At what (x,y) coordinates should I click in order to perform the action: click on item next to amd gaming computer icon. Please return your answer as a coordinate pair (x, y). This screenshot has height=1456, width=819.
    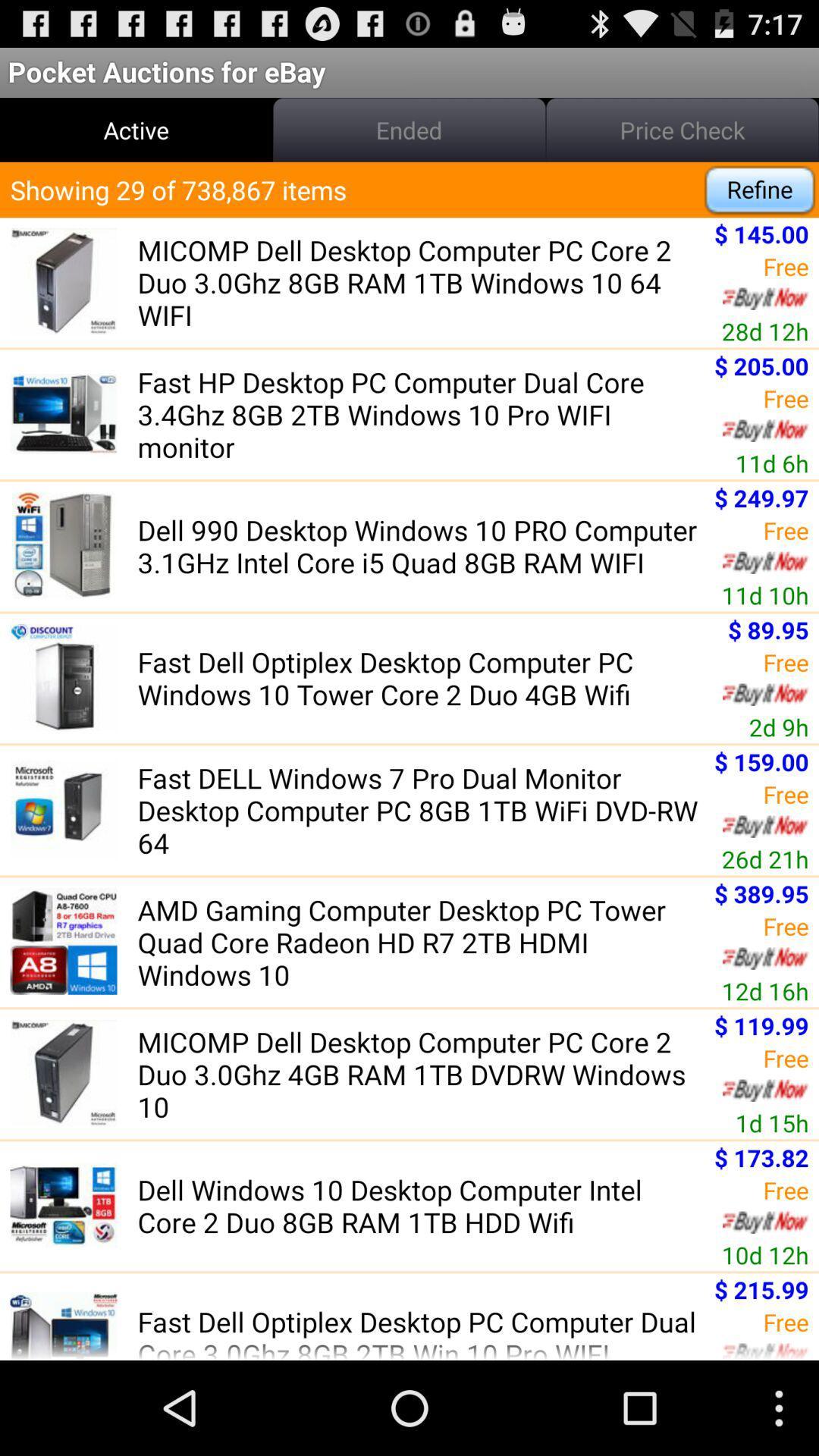
    Looking at the image, I should click on (765, 990).